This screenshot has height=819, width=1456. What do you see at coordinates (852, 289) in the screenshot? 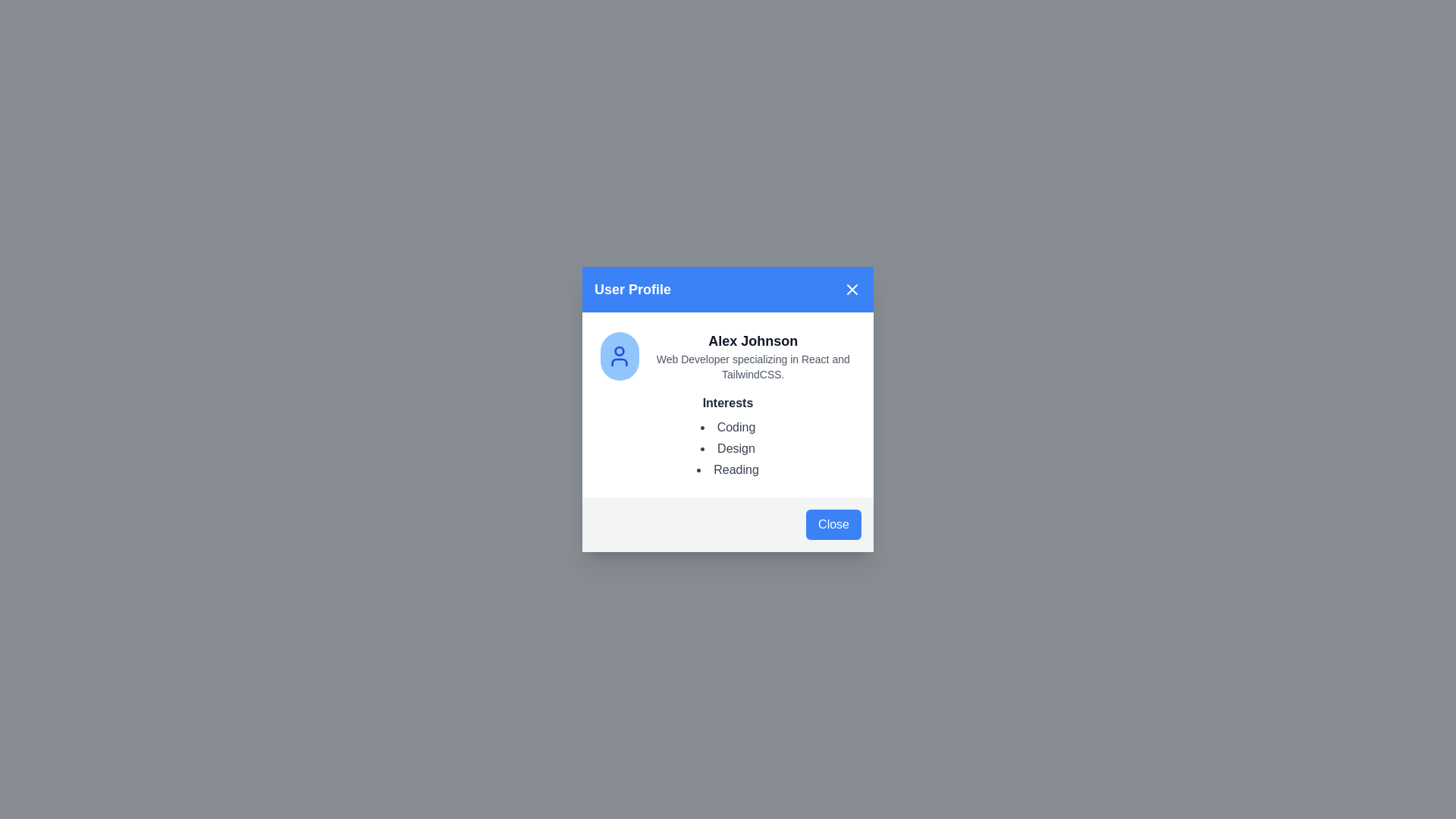
I see `the close icon represented by an 'X' shape located in the upper-right section of the blue header bar in the 'User Profile' modal dialog for visual feedback` at bounding box center [852, 289].